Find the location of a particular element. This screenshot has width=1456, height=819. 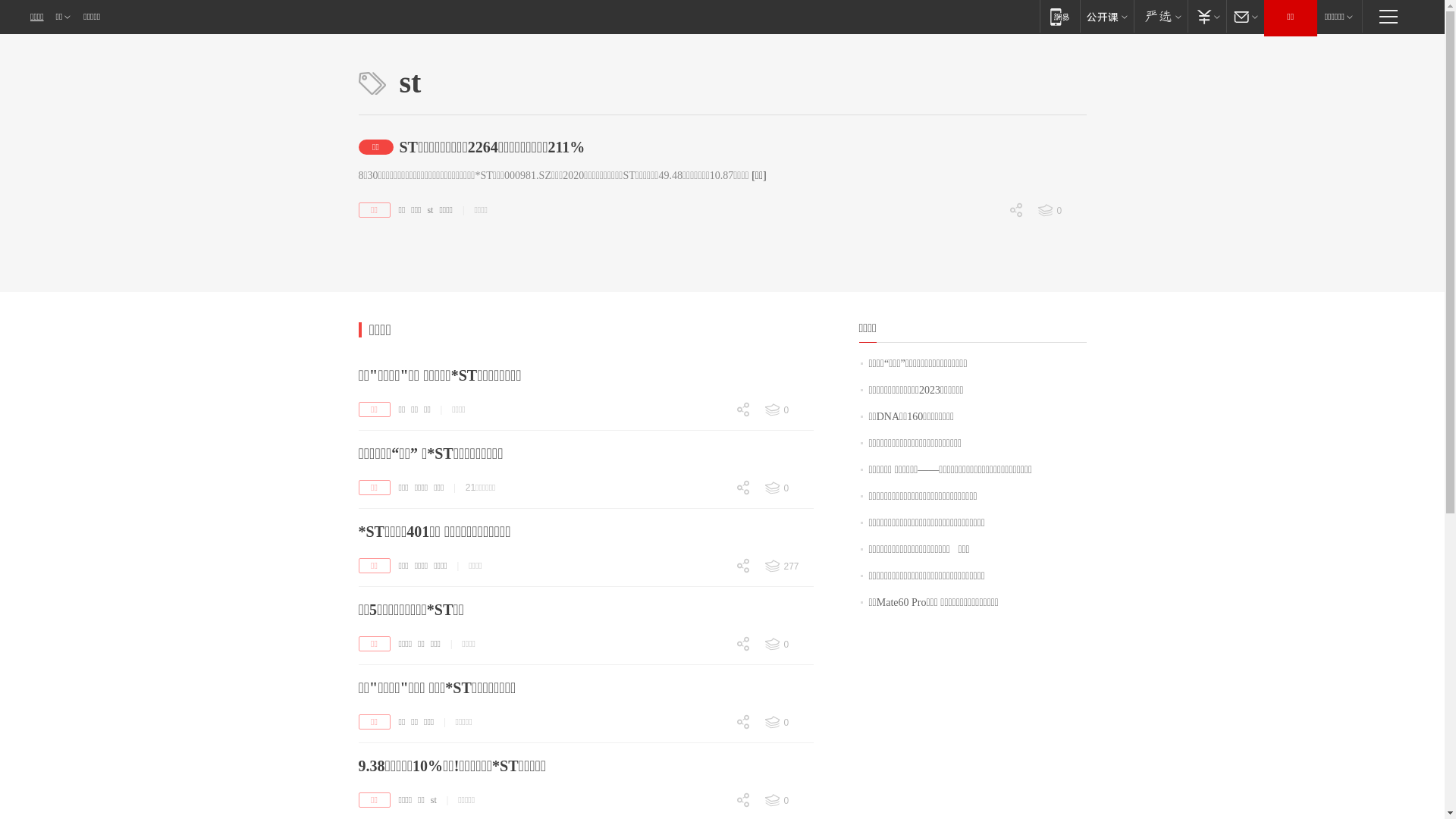

'0' is located at coordinates (787, 721).